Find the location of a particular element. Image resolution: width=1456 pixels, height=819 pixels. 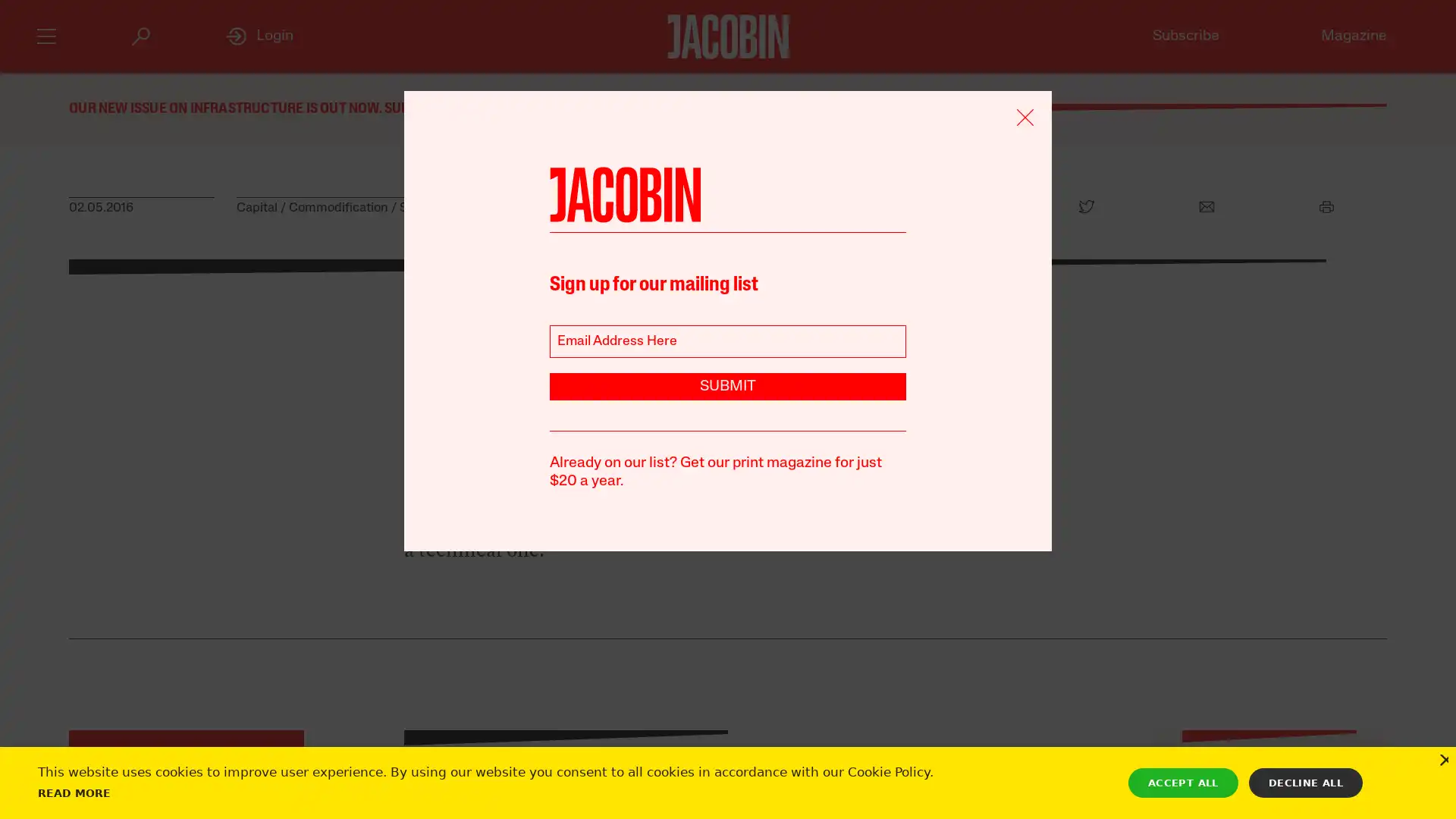

Facebook Icon is located at coordinates (965, 206).